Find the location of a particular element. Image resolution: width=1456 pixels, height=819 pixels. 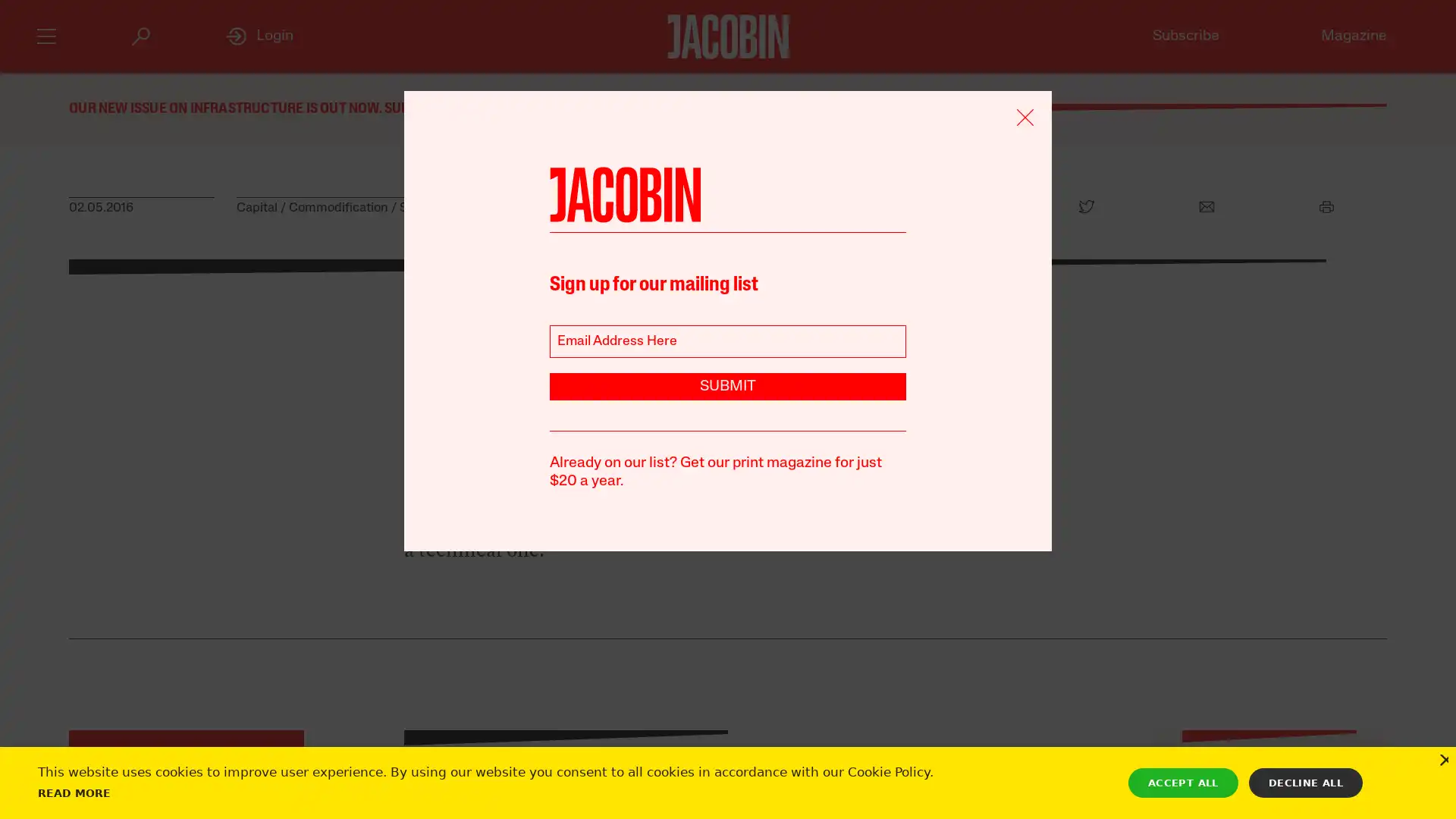

Facebook Icon is located at coordinates (965, 206).